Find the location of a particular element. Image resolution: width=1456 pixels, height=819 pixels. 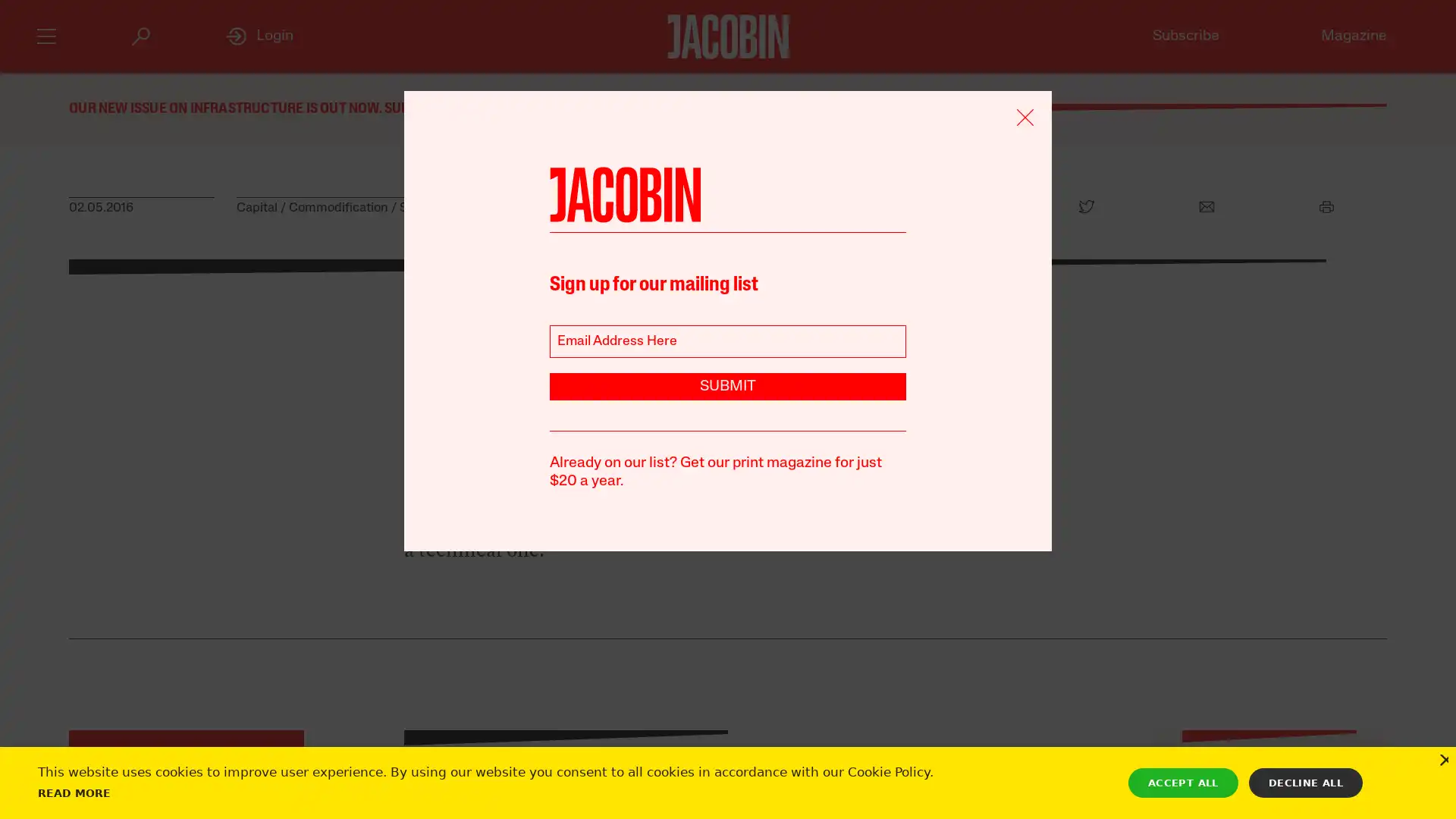

Facebook Icon is located at coordinates (965, 206).